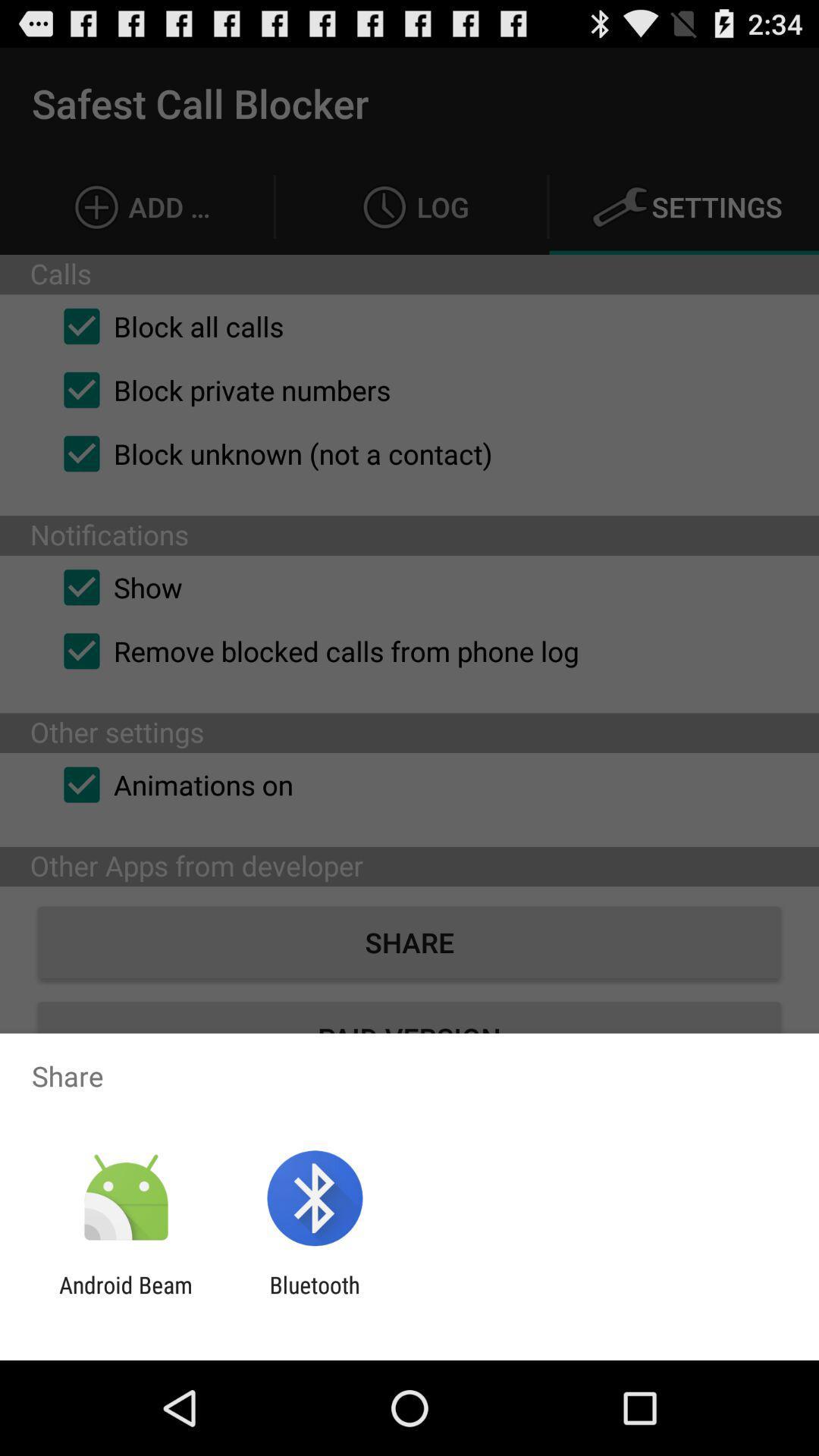  What do you see at coordinates (314, 1298) in the screenshot?
I see `the bluetooth` at bounding box center [314, 1298].